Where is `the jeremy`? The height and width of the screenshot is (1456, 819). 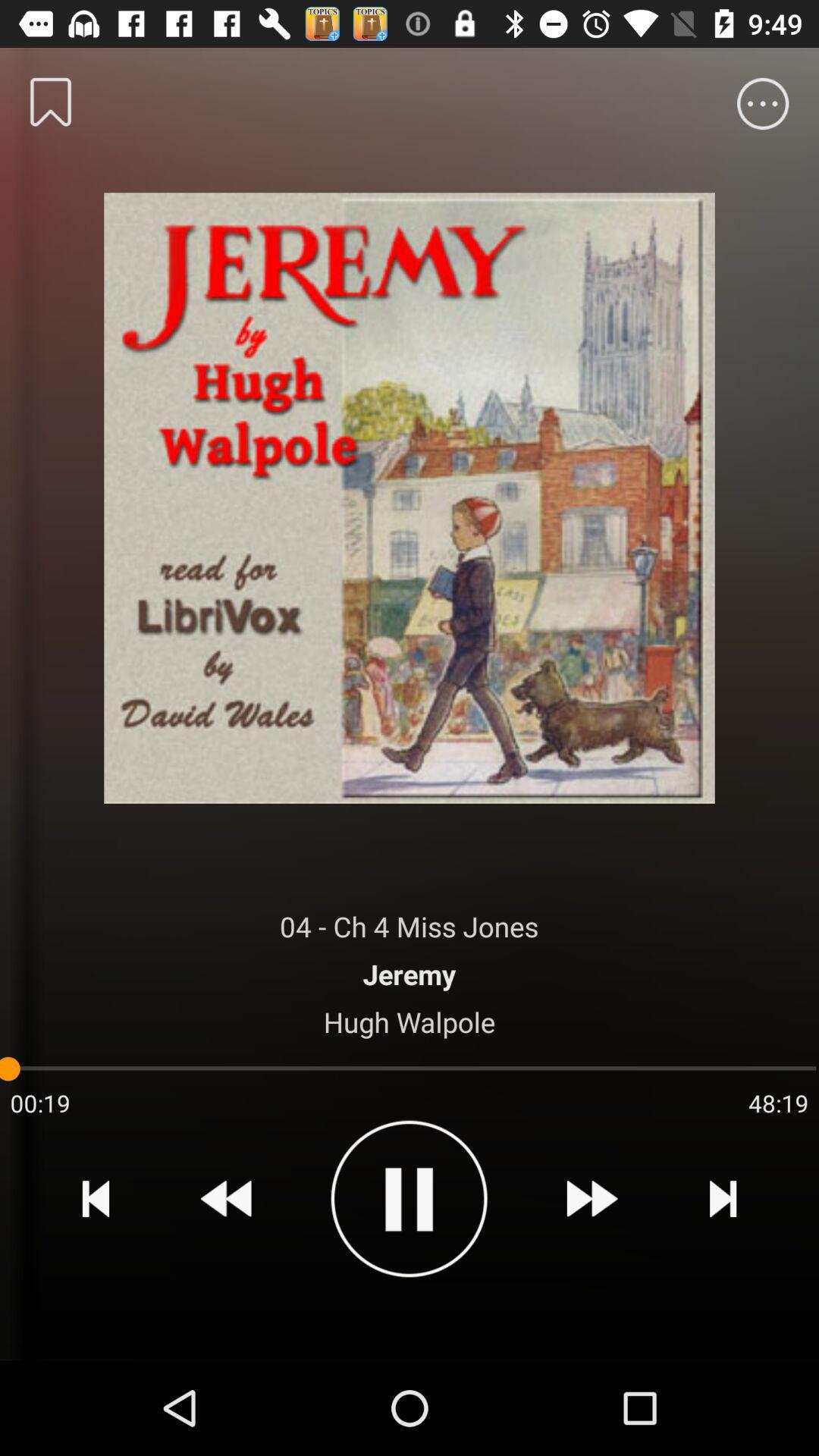
the jeremy is located at coordinates (409, 974).